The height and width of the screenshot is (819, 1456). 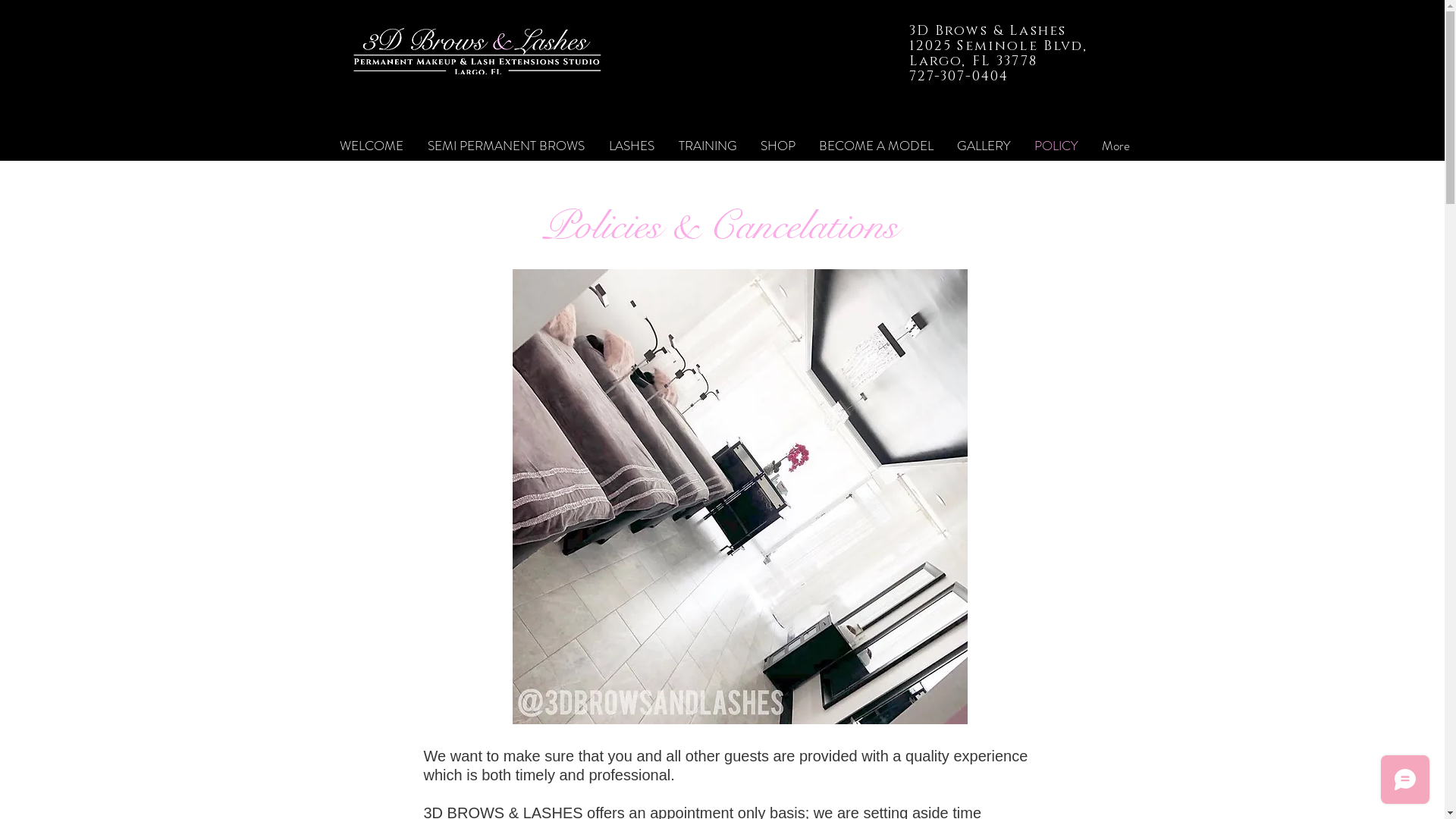 I want to click on 'SHOP', so click(x=778, y=146).